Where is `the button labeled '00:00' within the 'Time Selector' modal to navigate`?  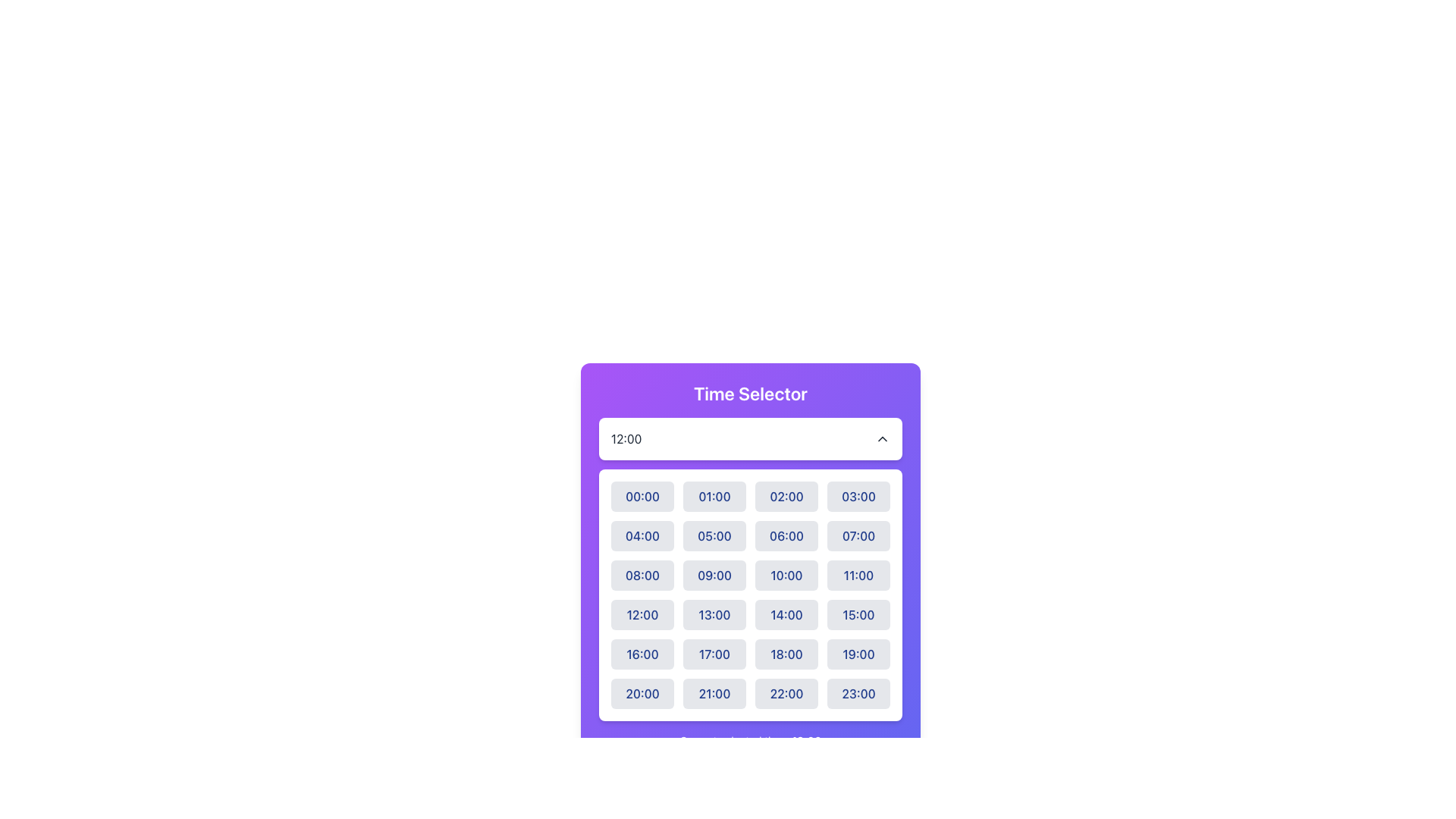 the button labeled '00:00' within the 'Time Selector' modal to navigate is located at coordinates (642, 497).